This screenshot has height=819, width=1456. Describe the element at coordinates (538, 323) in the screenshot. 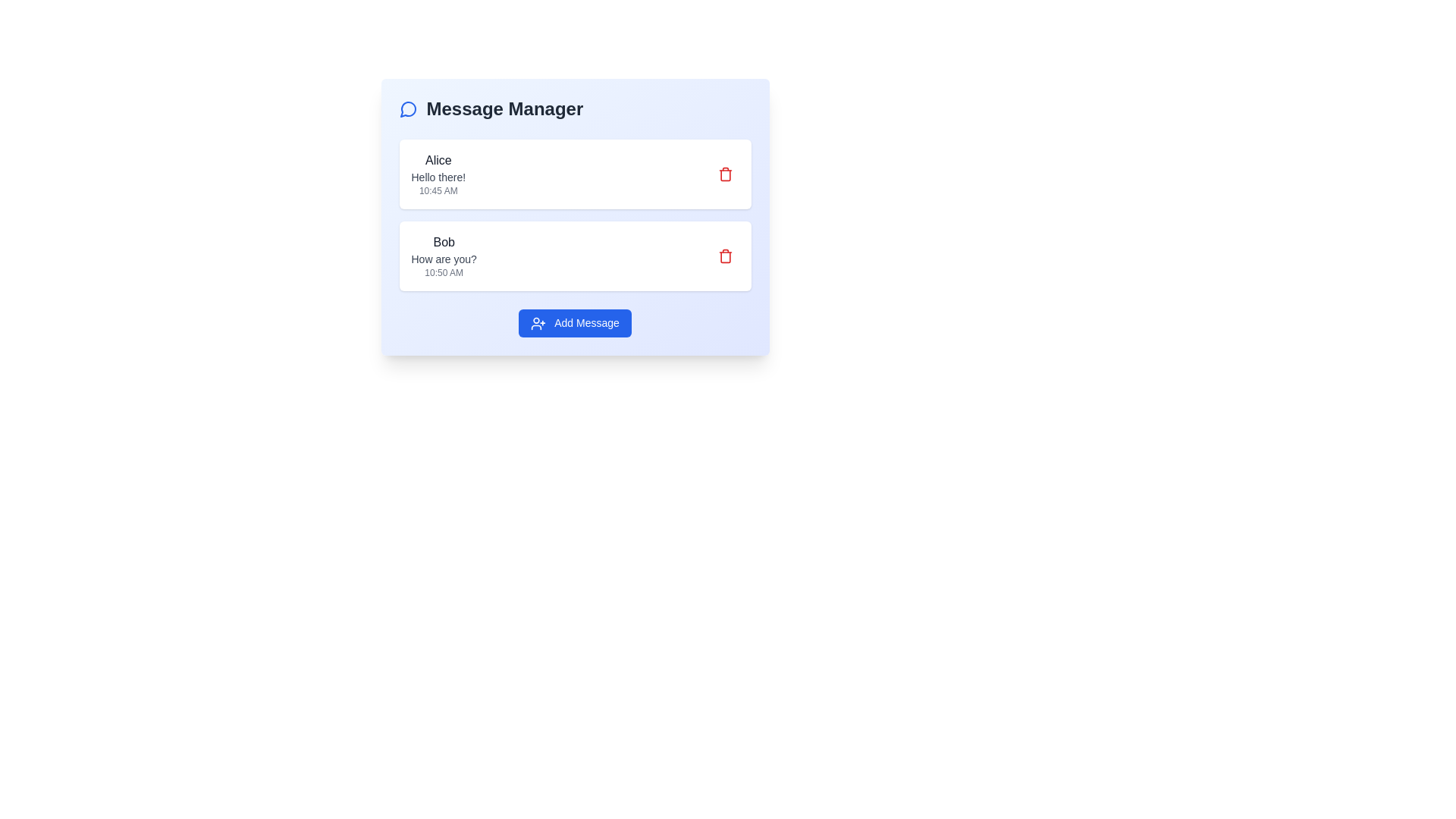

I see `the user icon with a plus sign, which is part of the 'Add Message' button, located in a blue area and positioned to the left of the text label` at that location.